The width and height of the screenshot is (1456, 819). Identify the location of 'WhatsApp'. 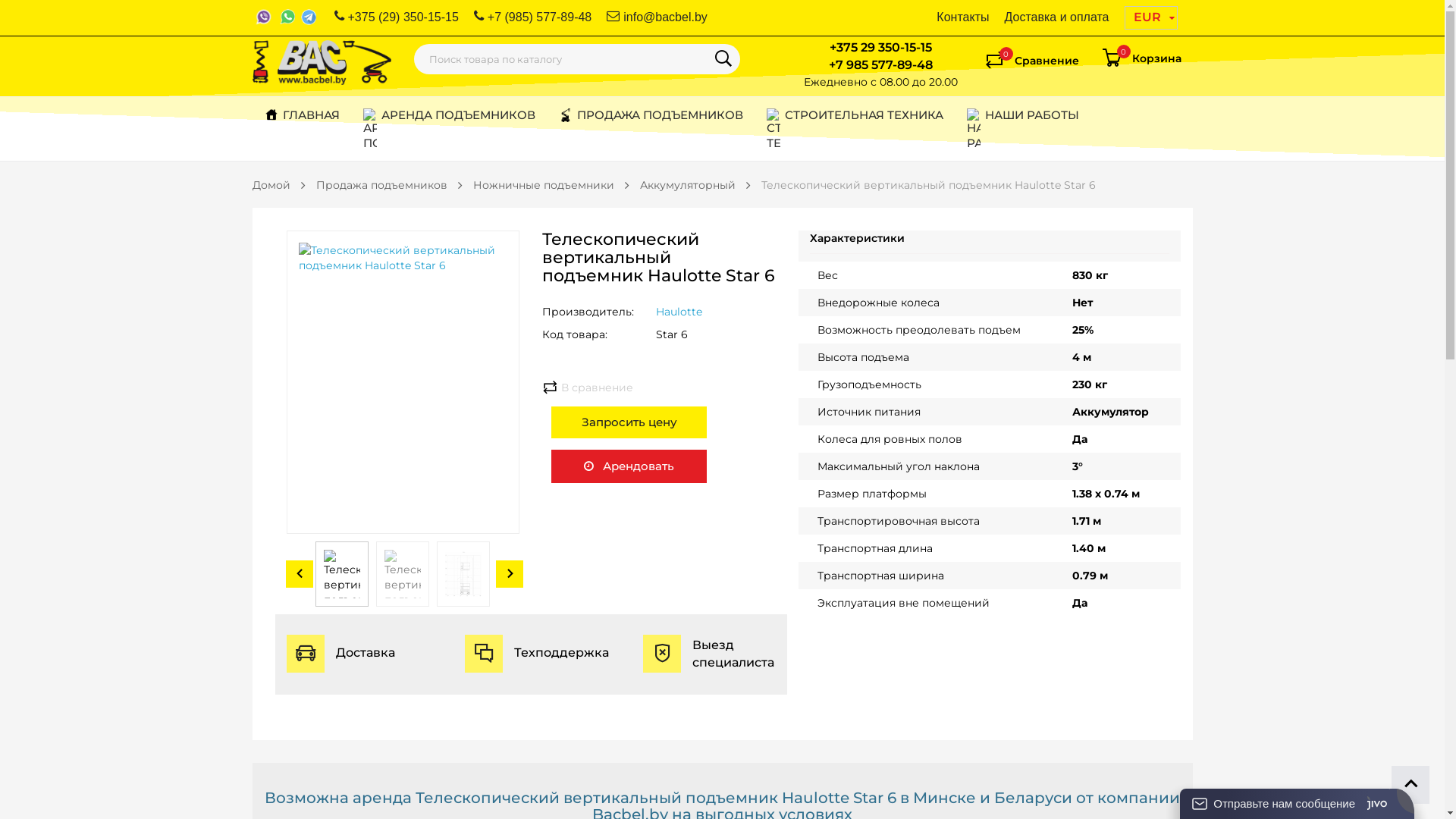
(287, 17).